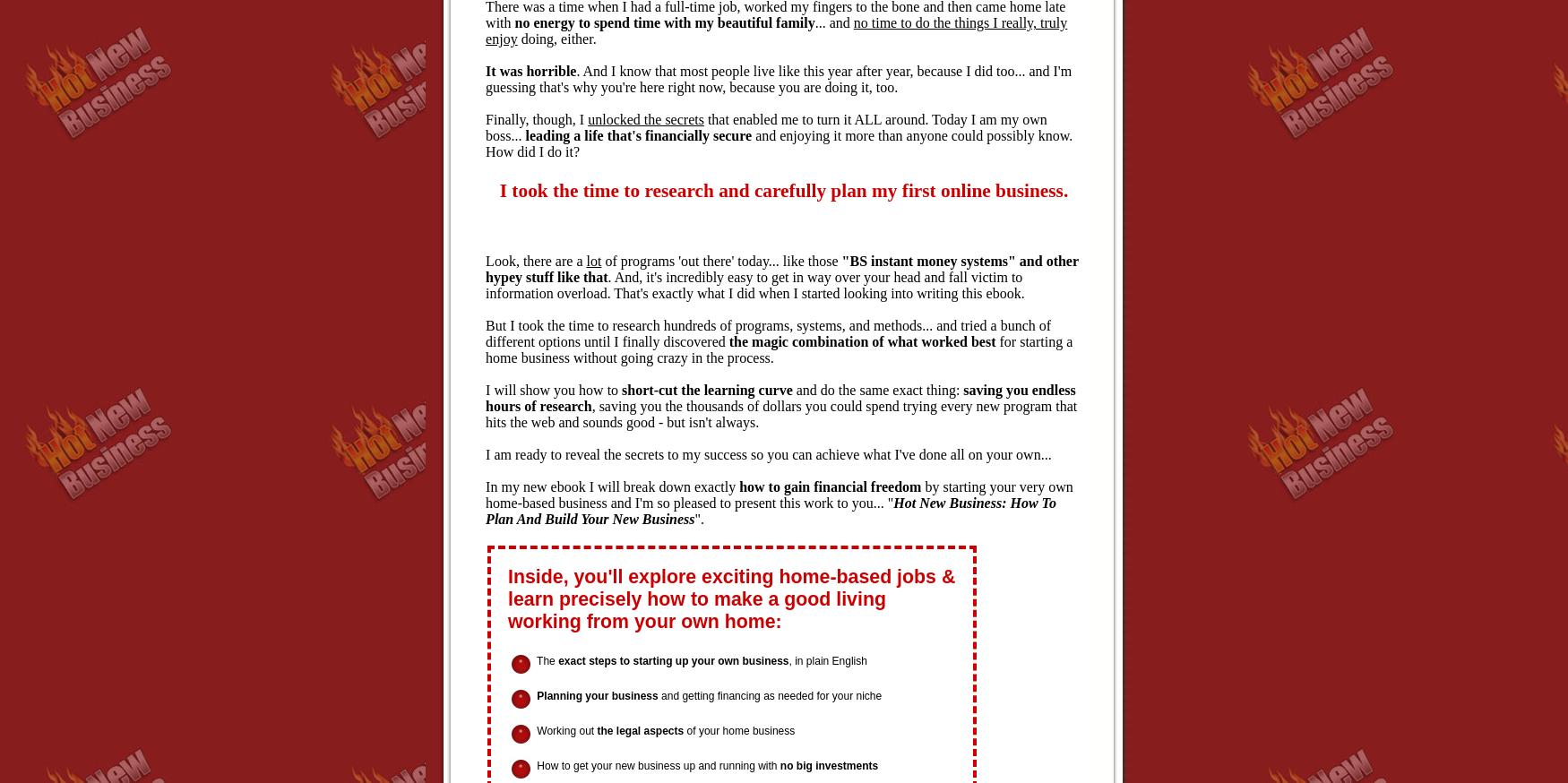 Image resolution: width=1568 pixels, height=783 pixels. Describe the element at coordinates (484, 261) in the screenshot. I see `'Look, there are a'` at that location.